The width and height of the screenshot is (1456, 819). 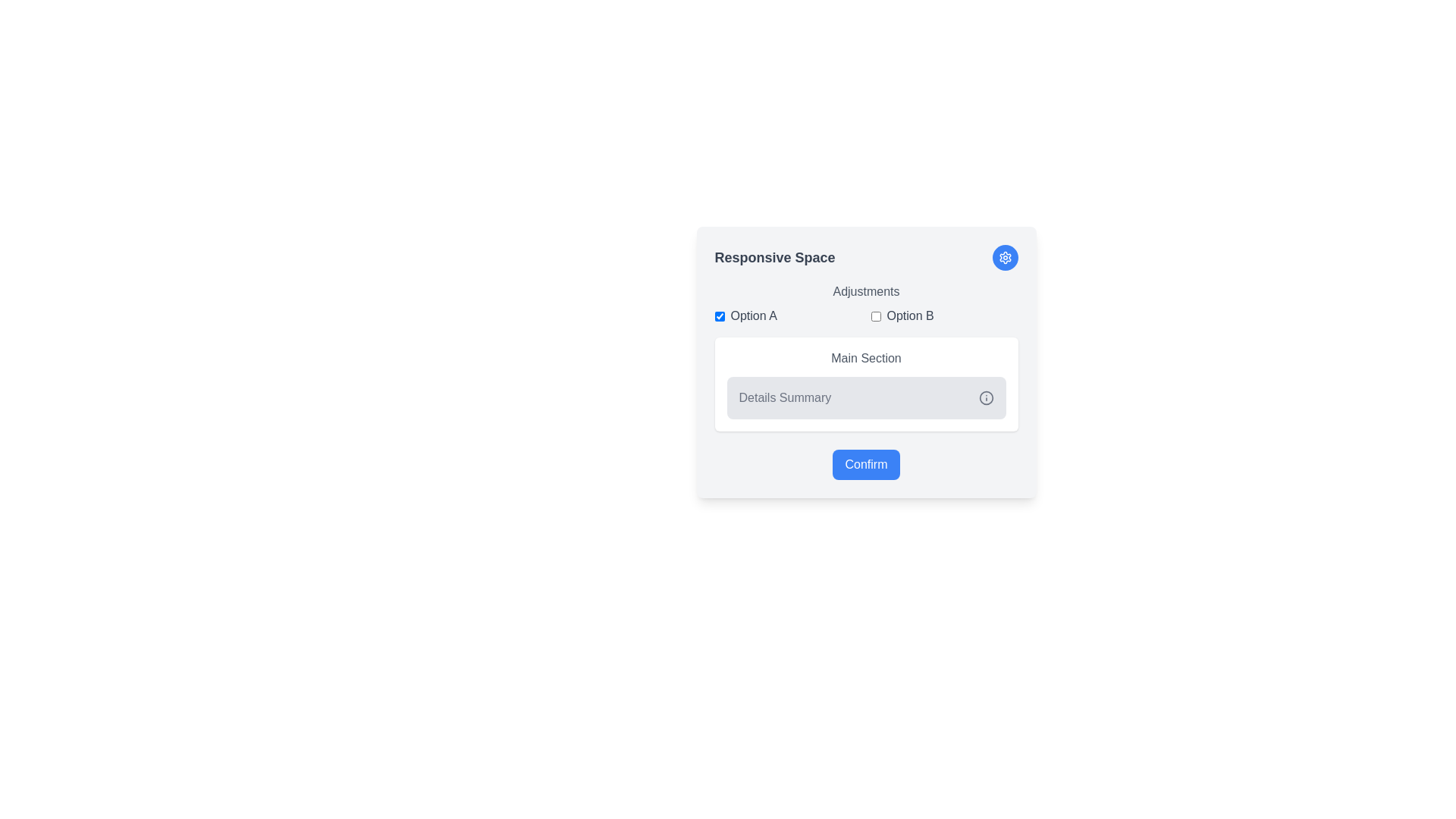 What do you see at coordinates (1005, 256) in the screenshot?
I see `the circular blue button with a white gear icon in the 'Responsive Space' section` at bounding box center [1005, 256].